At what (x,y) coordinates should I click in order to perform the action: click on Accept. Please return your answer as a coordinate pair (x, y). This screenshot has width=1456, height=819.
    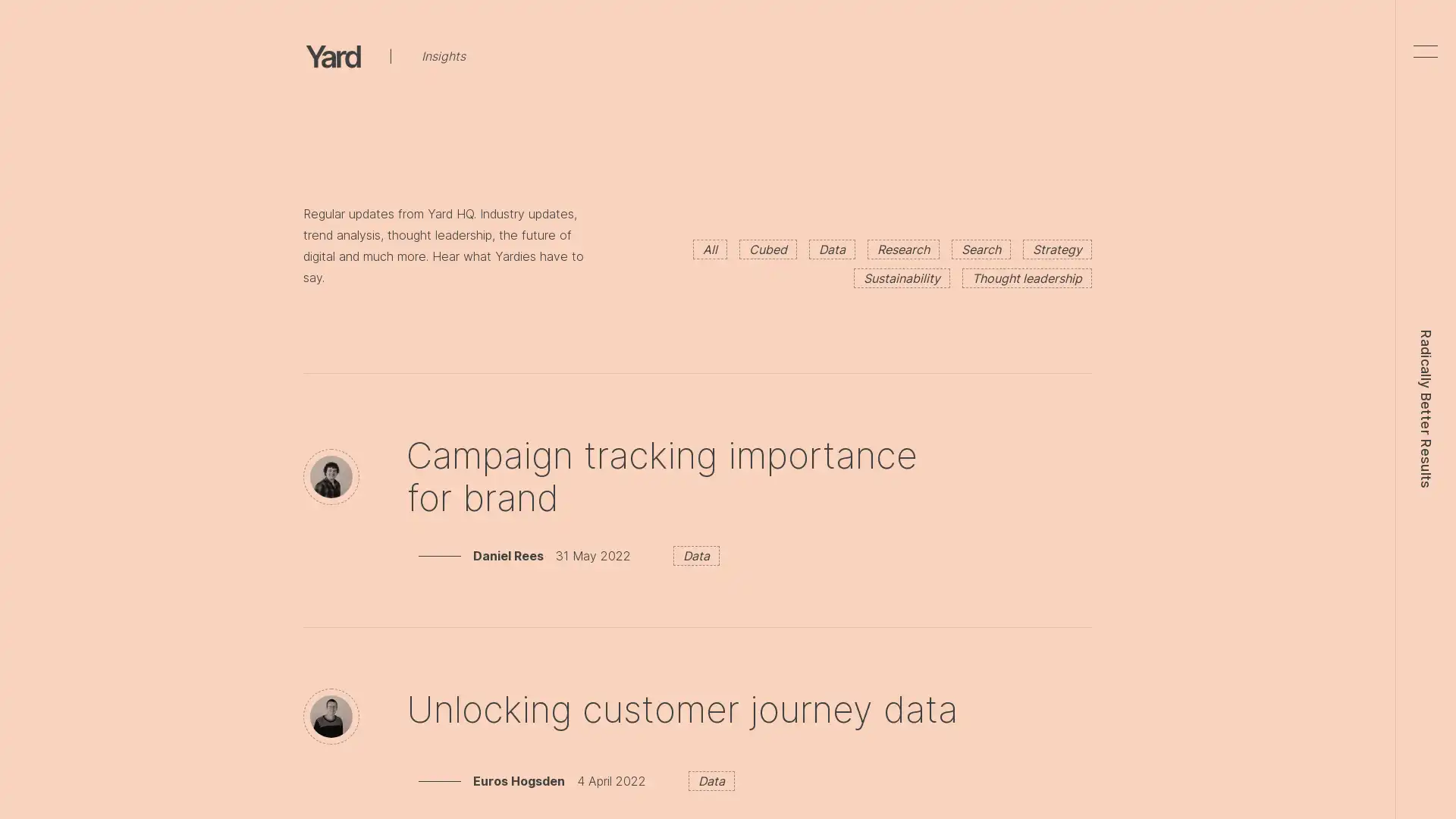
    Looking at the image, I should click on (1056, 35).